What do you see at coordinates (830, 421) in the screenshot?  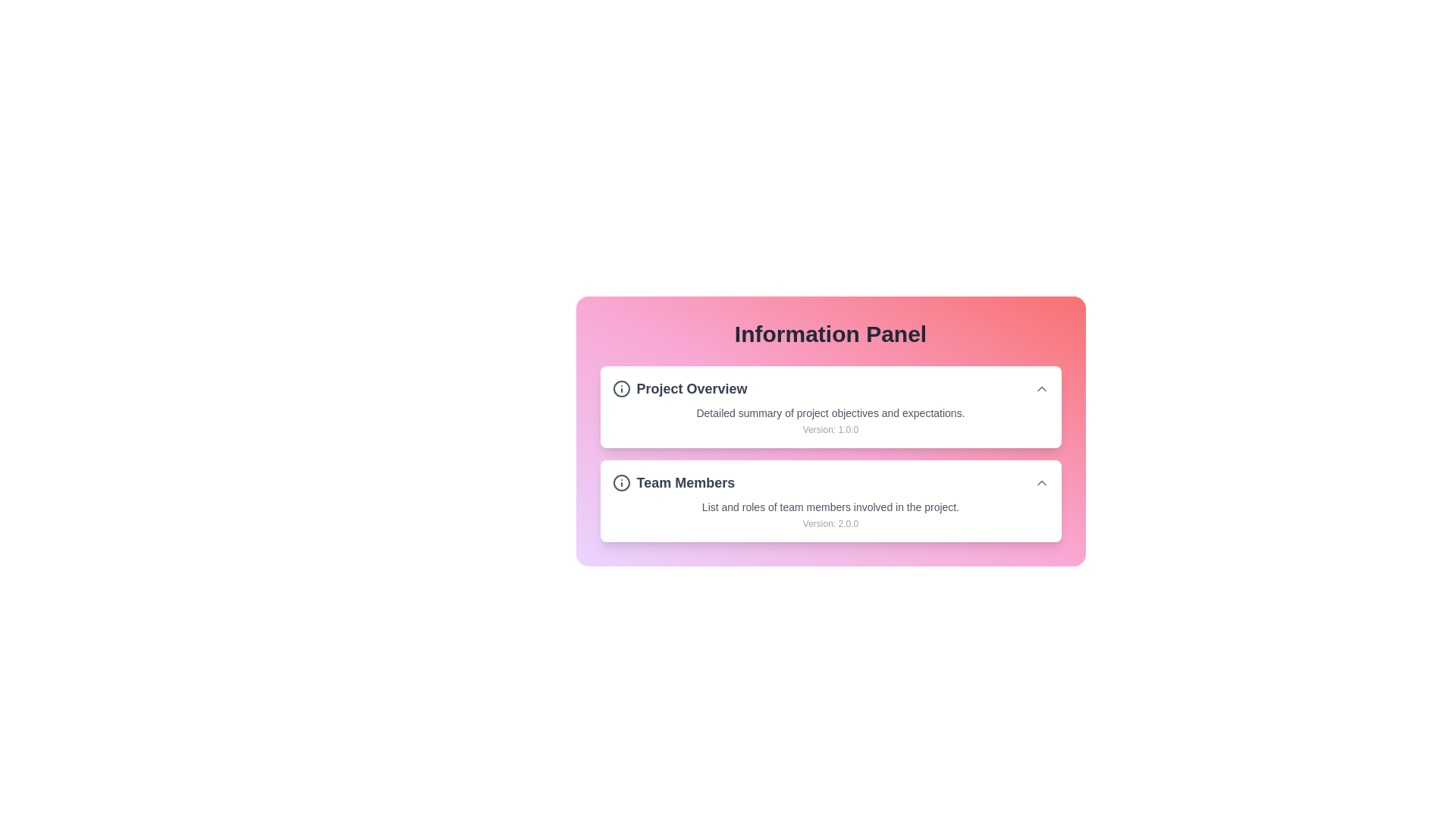 I see `the informative text block located in the lower part of the 'Project Overview' card, just below the title text 'Project Overview'` at bounding box center [830, 421].